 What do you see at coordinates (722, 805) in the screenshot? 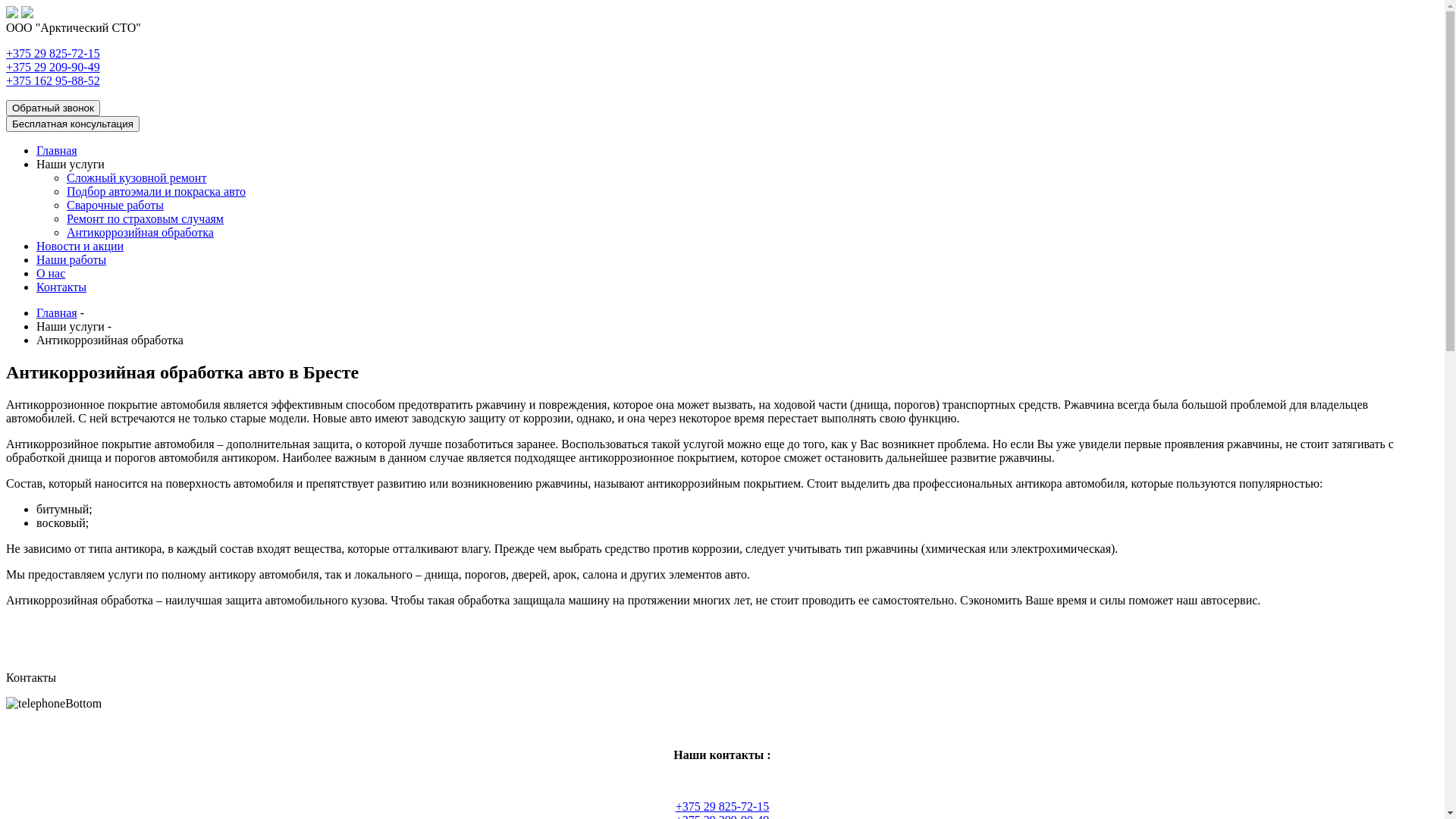
I see `'+375 29 825-72-15'` at bounding box center [722, 805].